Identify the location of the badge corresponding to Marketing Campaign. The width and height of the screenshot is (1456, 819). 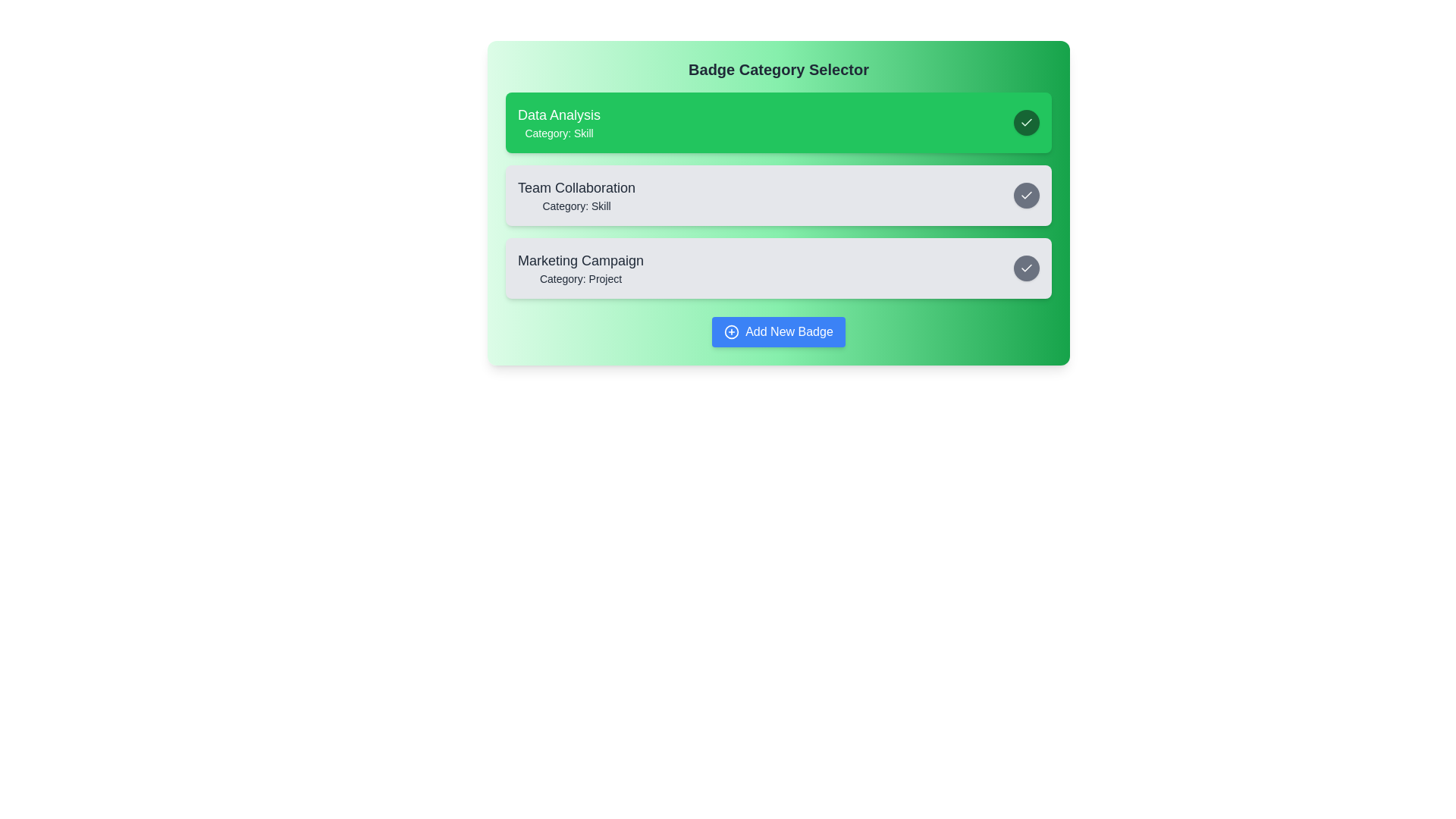
(779, 268).